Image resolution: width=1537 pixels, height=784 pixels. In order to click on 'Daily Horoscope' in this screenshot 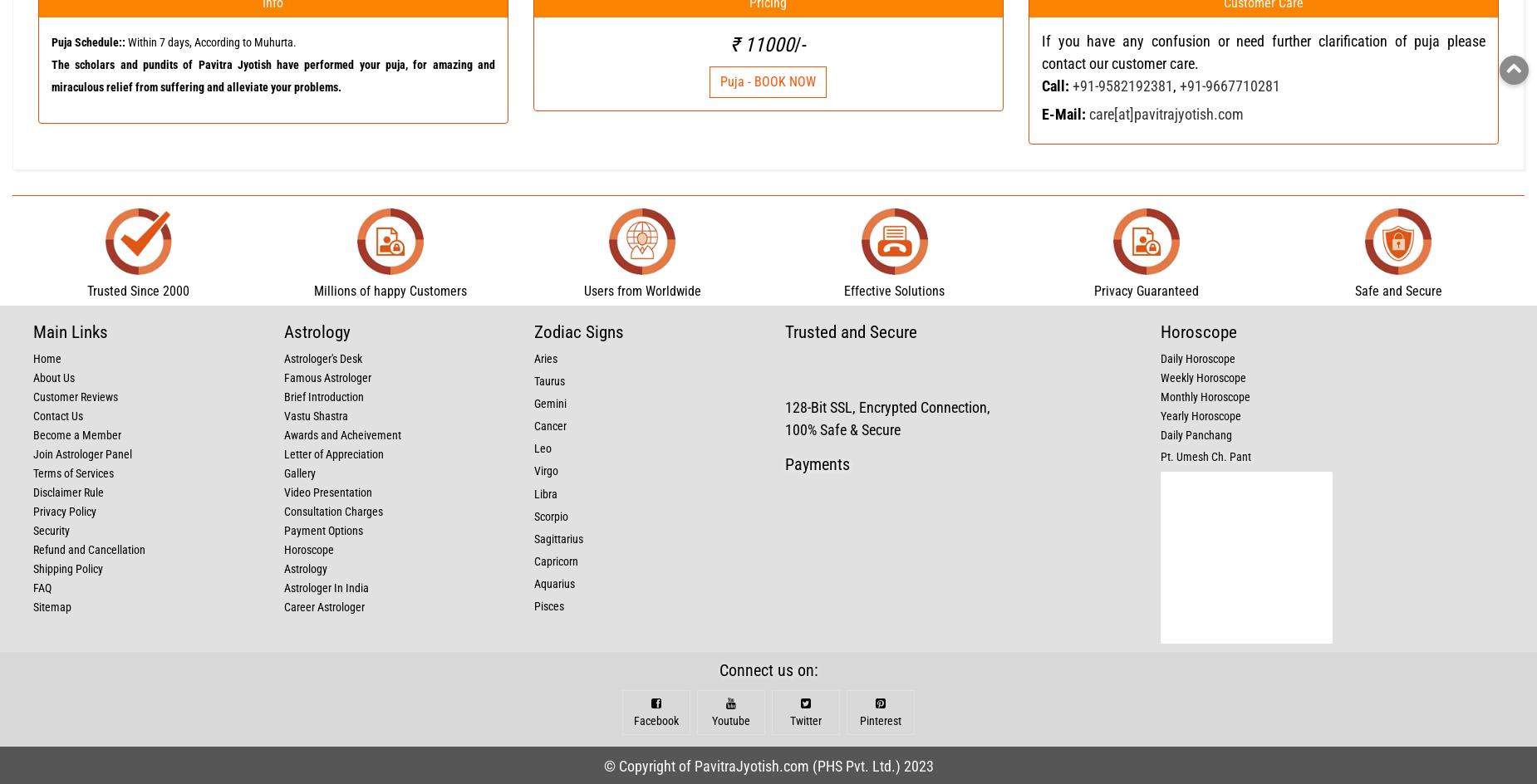, I will do `click(1198, 357)`.